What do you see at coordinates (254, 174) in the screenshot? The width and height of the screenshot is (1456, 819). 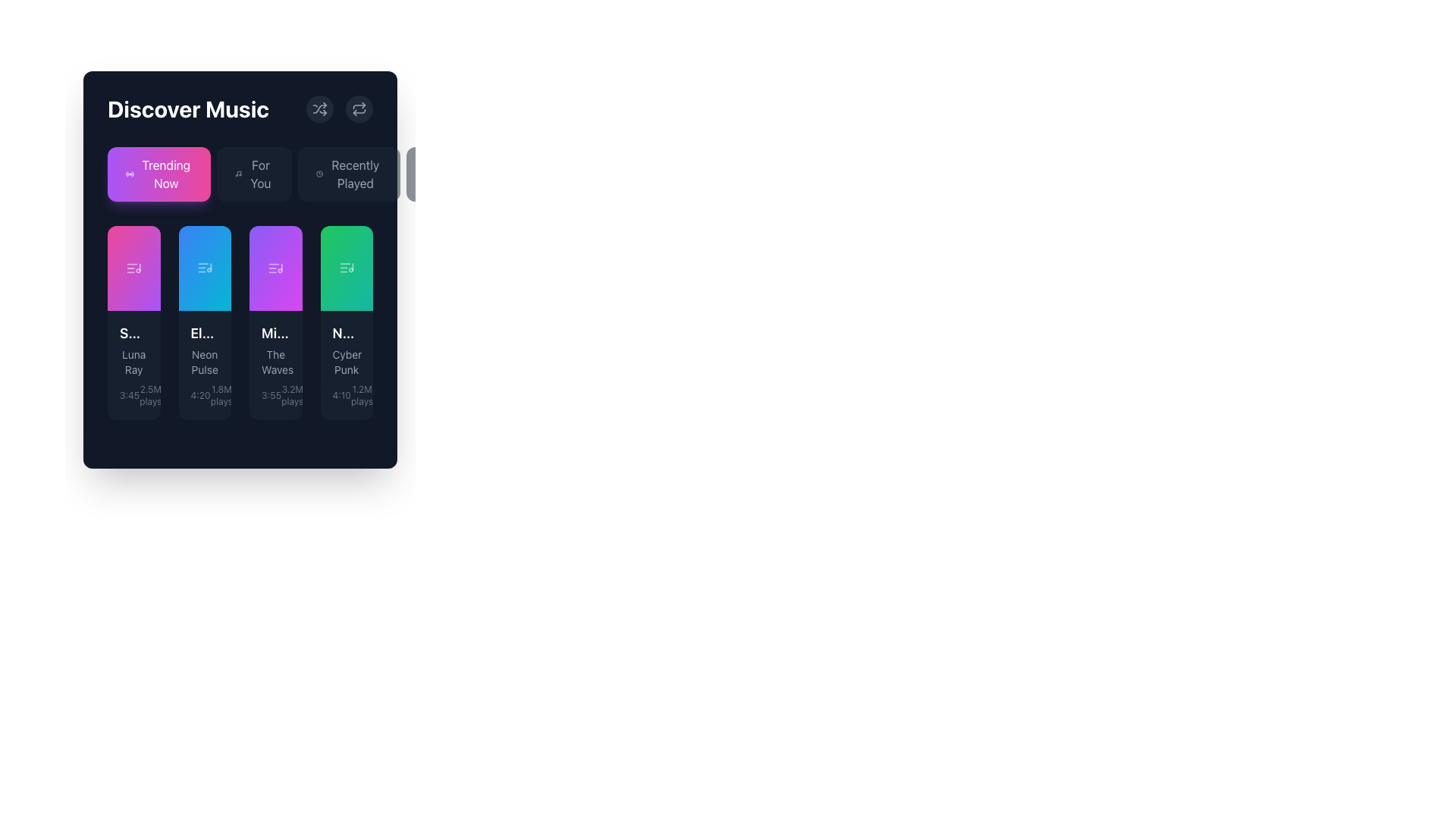 I see `the rectangular button with a dark gray background and the text 'For You'` at bounding box center [254, 174].